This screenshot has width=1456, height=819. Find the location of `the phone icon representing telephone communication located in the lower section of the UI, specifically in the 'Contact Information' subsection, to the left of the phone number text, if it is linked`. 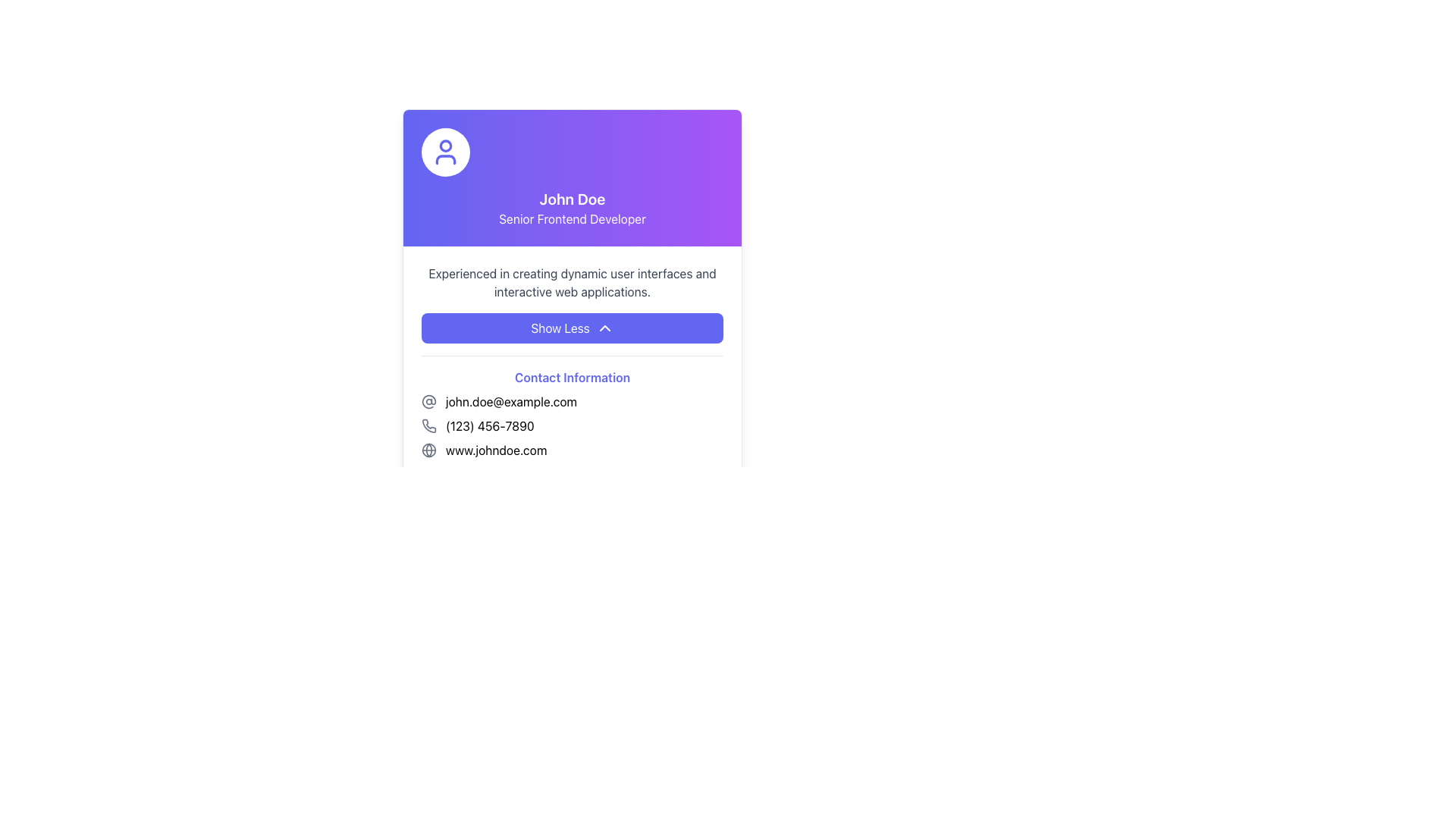

the phone icon representing telephone communication located in the lower section of the UI, specifically in the 'Contact Information' subsection, to the left of the phone number text, if it is linked is located at coordinates (428, 425).